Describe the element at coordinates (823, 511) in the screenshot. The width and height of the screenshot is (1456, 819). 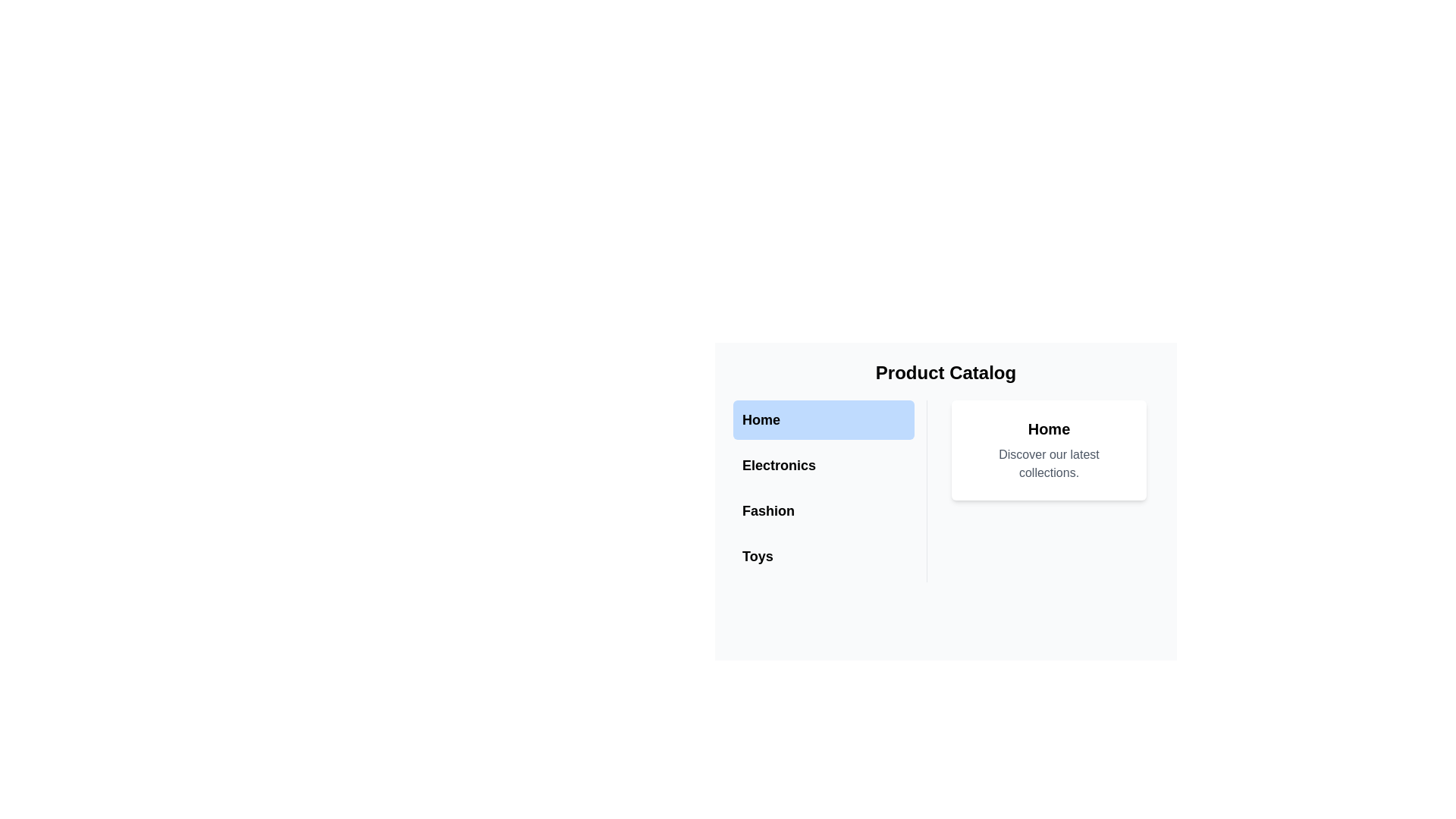
I see `the 'Fashion' button, which is a horizontally aligned rectangular button located in the sidebar` at that location.